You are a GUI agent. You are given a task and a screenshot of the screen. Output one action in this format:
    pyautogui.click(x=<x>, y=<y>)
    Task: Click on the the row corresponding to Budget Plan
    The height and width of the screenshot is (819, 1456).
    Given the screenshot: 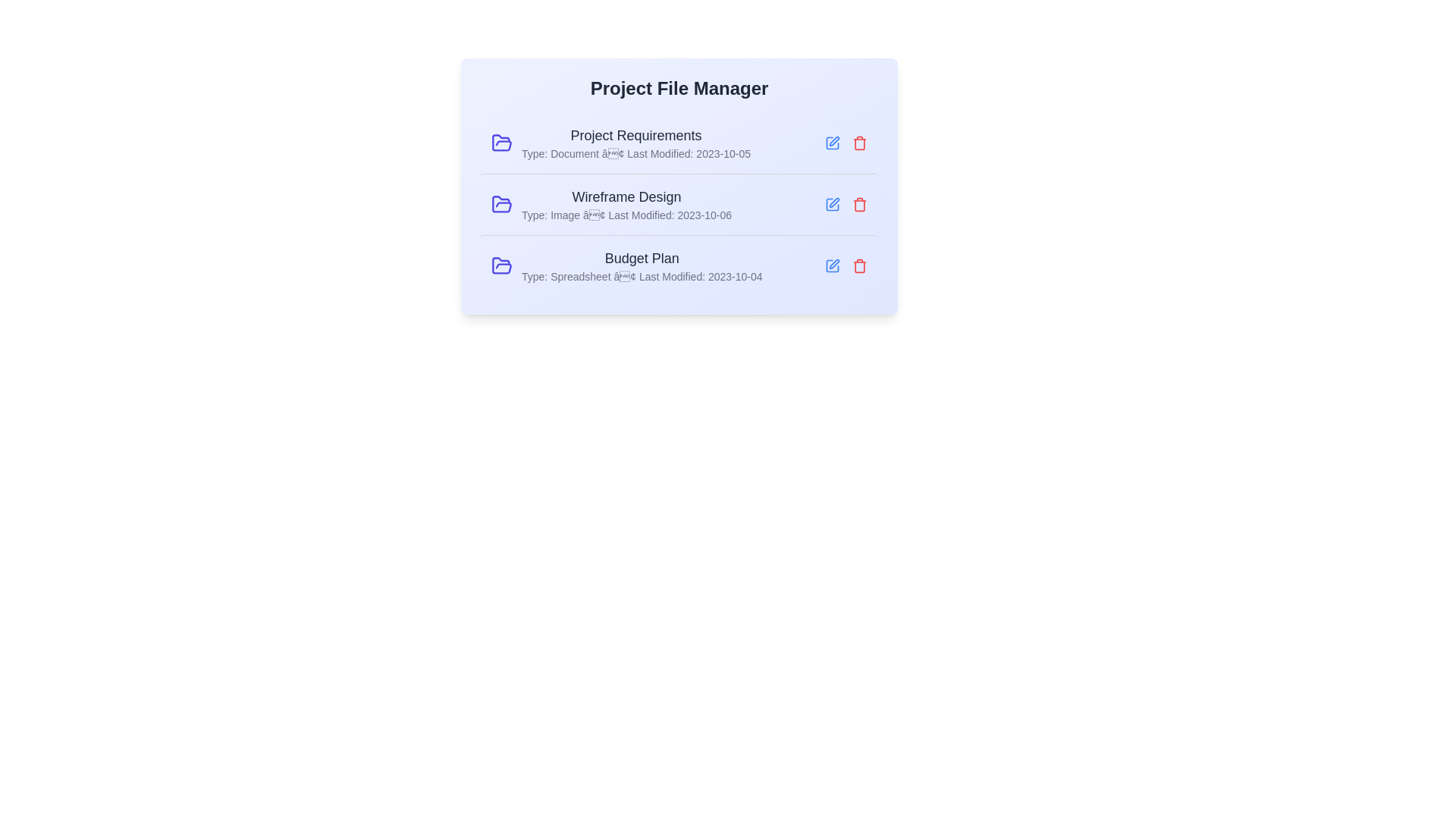 What is the action you would take?
    pyautogui.click(x=679, y=265)
    